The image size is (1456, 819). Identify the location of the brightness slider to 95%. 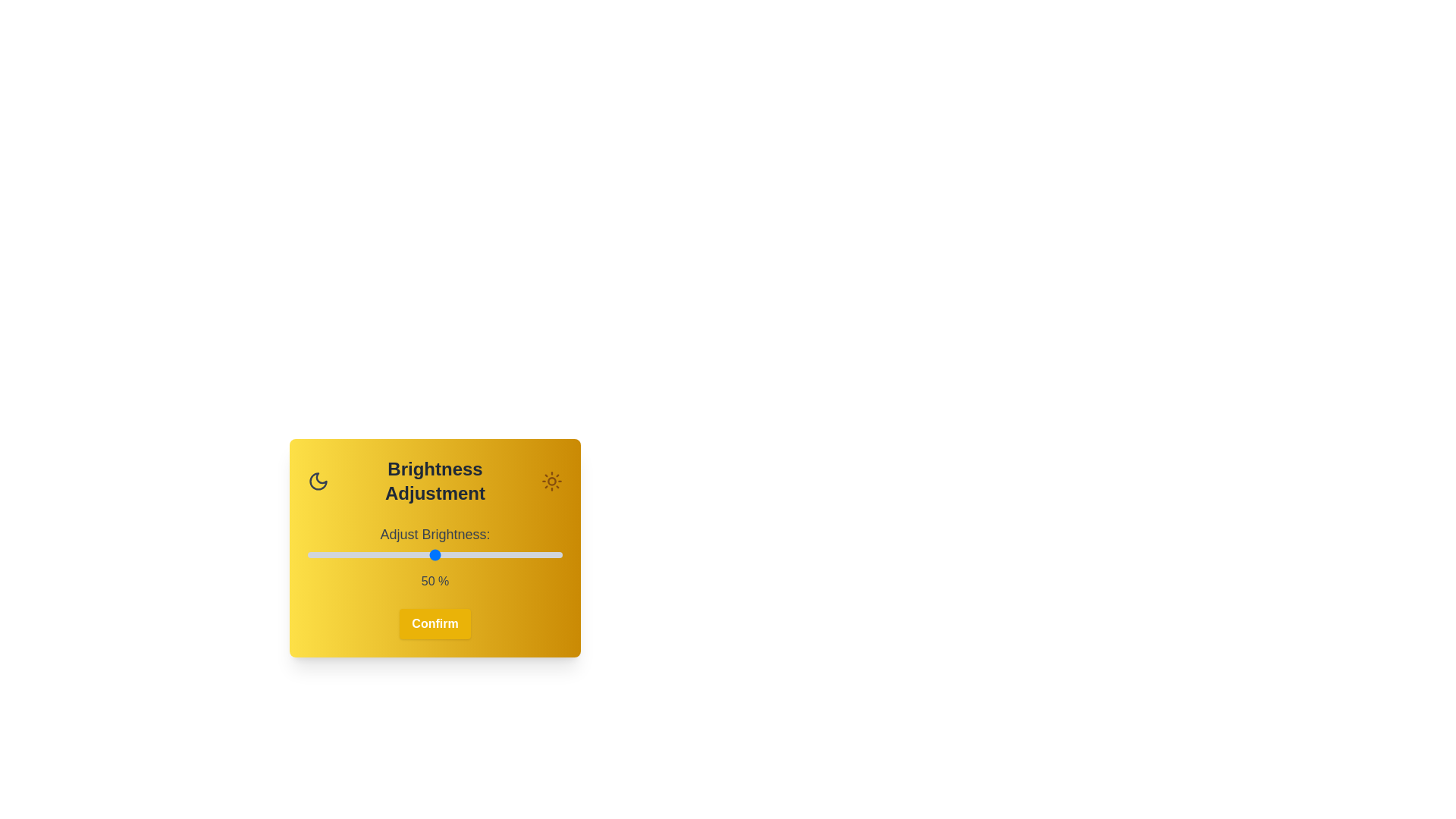
(549, 555).